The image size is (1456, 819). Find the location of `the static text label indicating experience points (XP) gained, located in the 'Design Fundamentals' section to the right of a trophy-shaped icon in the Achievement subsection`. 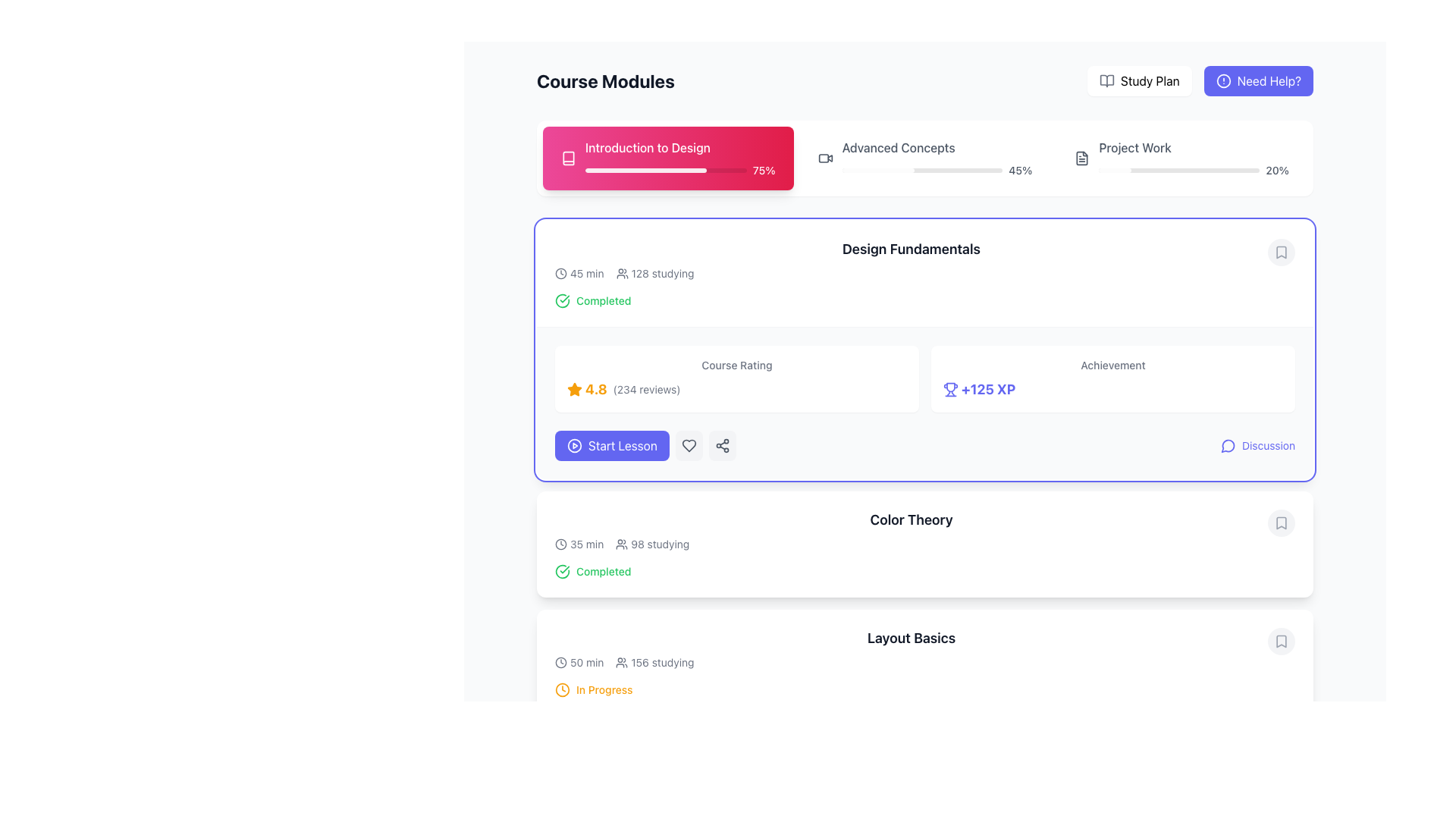

the static text label indicating experience points (XP) gained, located in the 'Design Fundamentals' section to the right of a trophy-shaped icon in the Achievement subsection is located at coordinates (988, 388).